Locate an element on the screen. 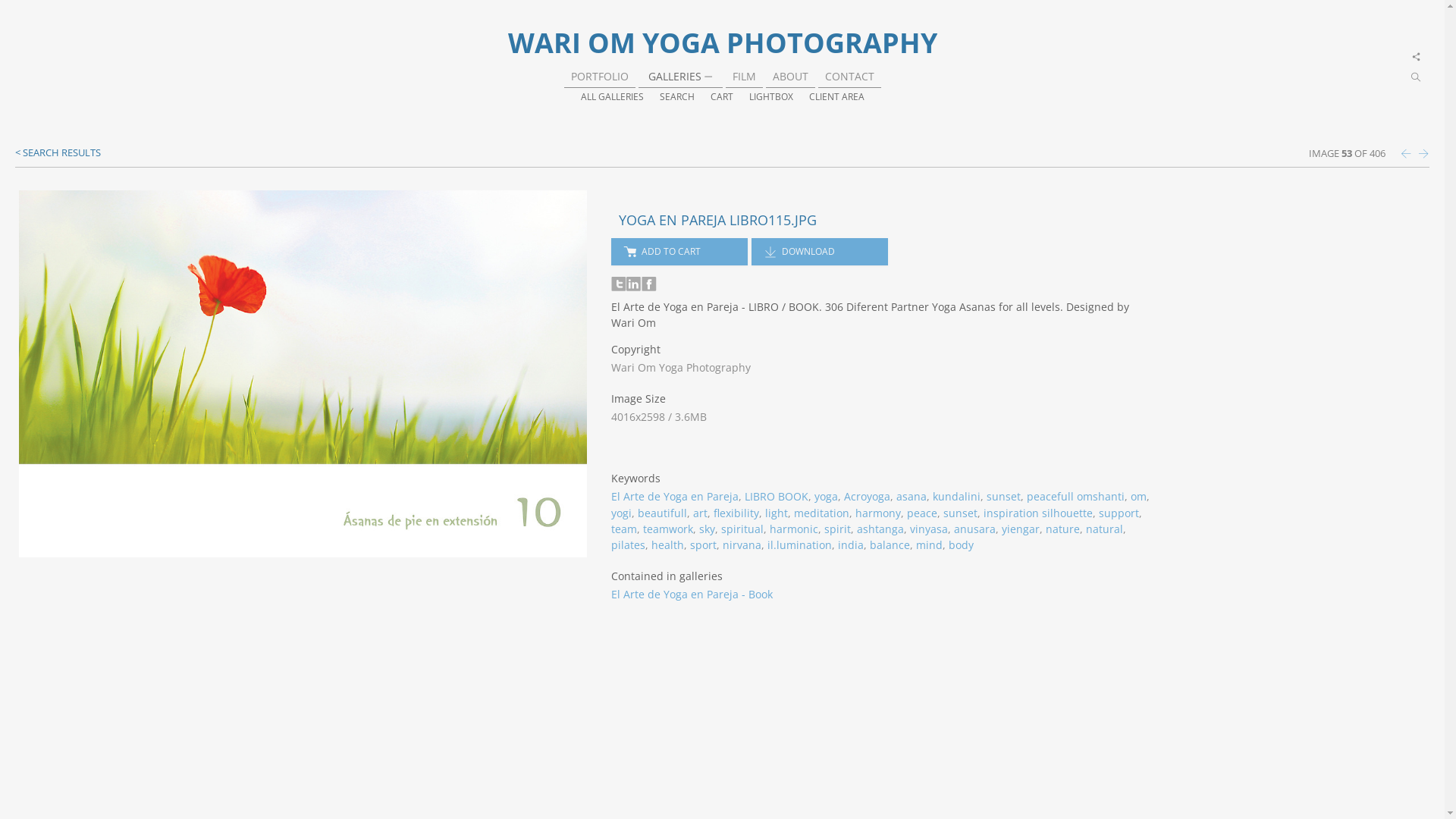  'teamwork' is located at coordinates (667, 528).